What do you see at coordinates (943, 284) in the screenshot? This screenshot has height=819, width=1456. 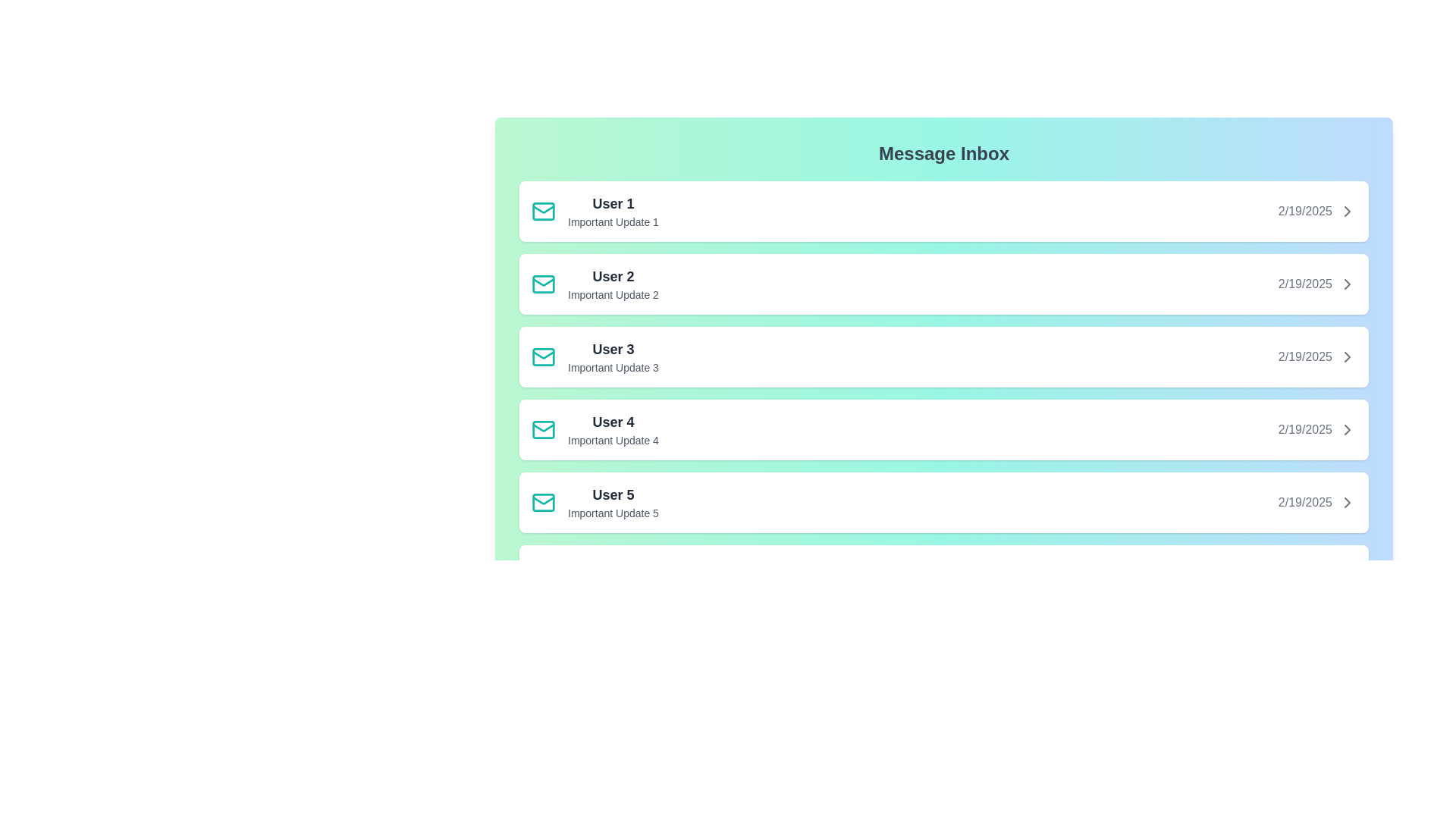 I see `the message from User 2 to highlight it` at bounding box center [943, 284].